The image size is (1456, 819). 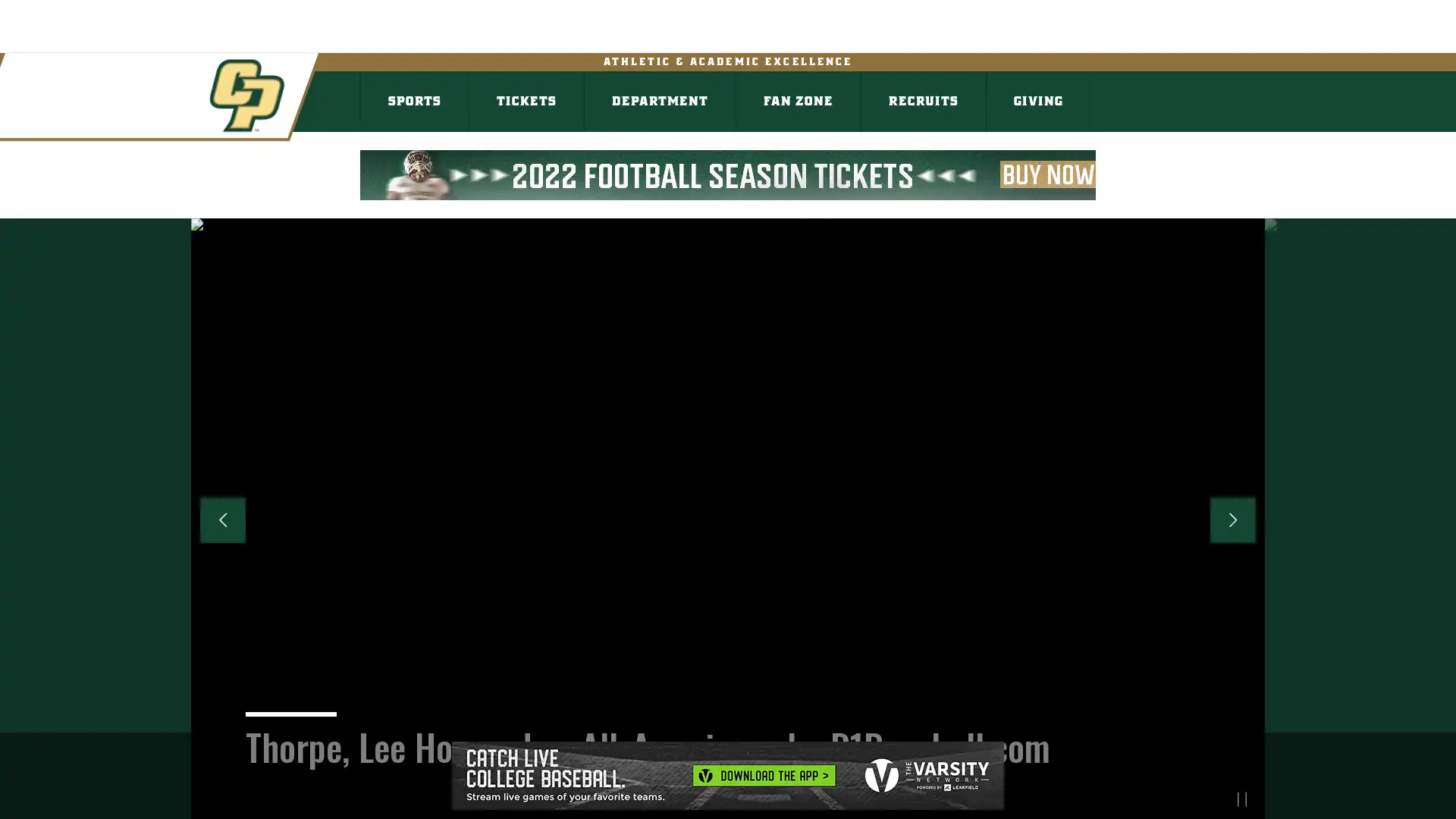 I want to click on Toggle game links, so click(x=375, y=40).